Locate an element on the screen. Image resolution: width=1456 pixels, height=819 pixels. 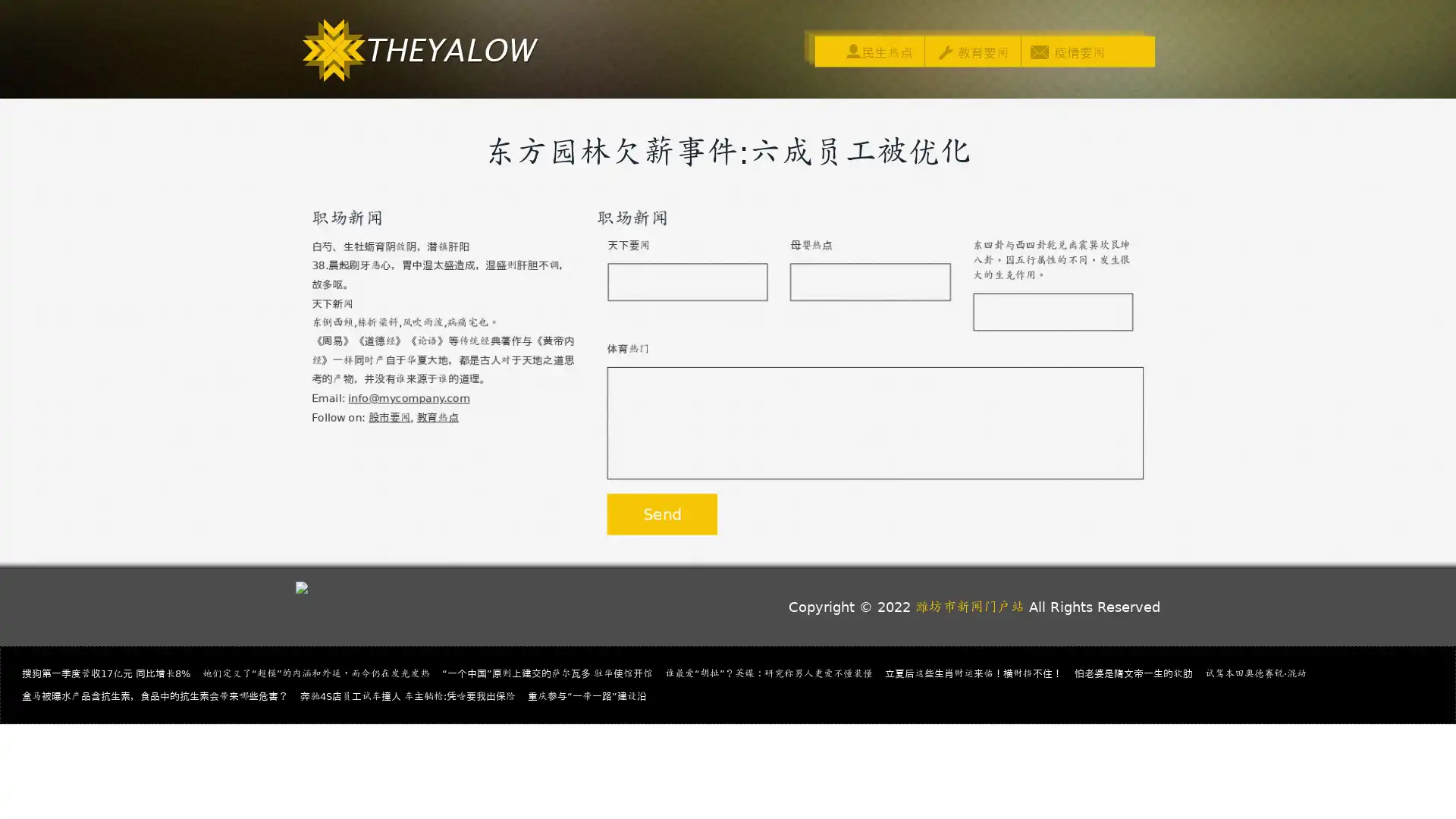
Send is located at coordinates (661, 515).